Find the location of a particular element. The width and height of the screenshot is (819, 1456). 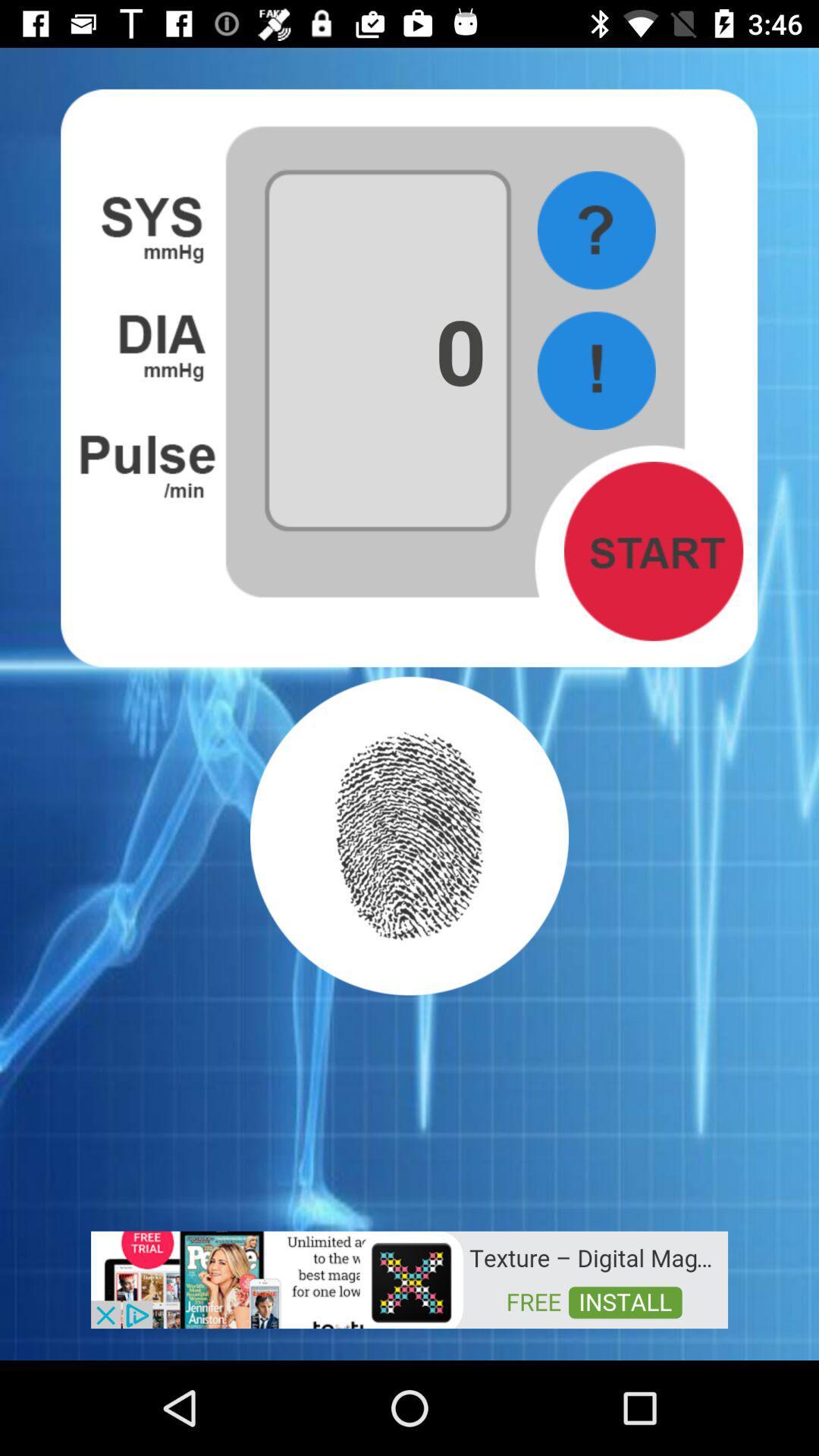

button for more informations is located at coordinates (595, 230).